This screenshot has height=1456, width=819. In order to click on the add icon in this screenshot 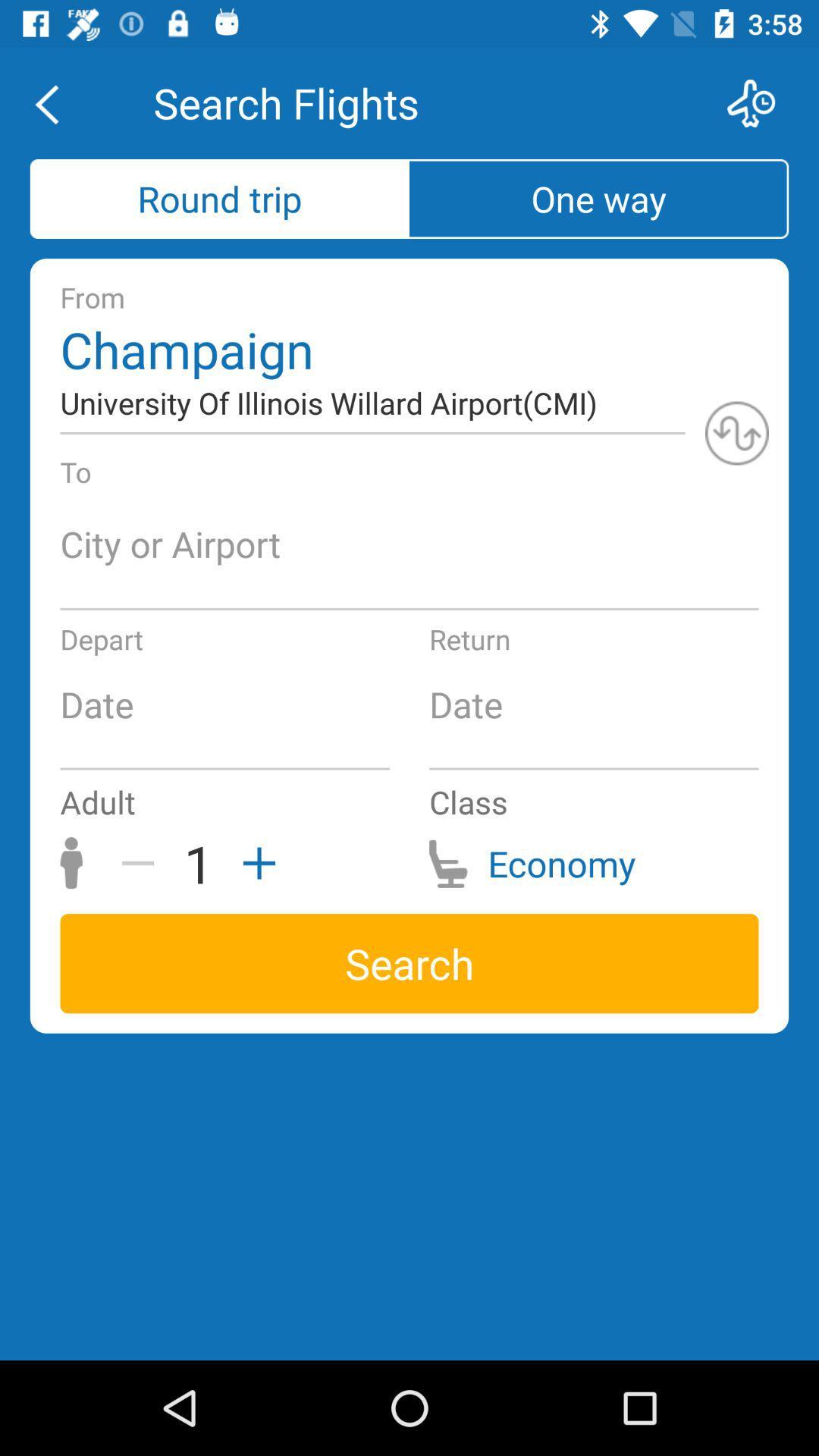, I will do `click(253, 863)`.